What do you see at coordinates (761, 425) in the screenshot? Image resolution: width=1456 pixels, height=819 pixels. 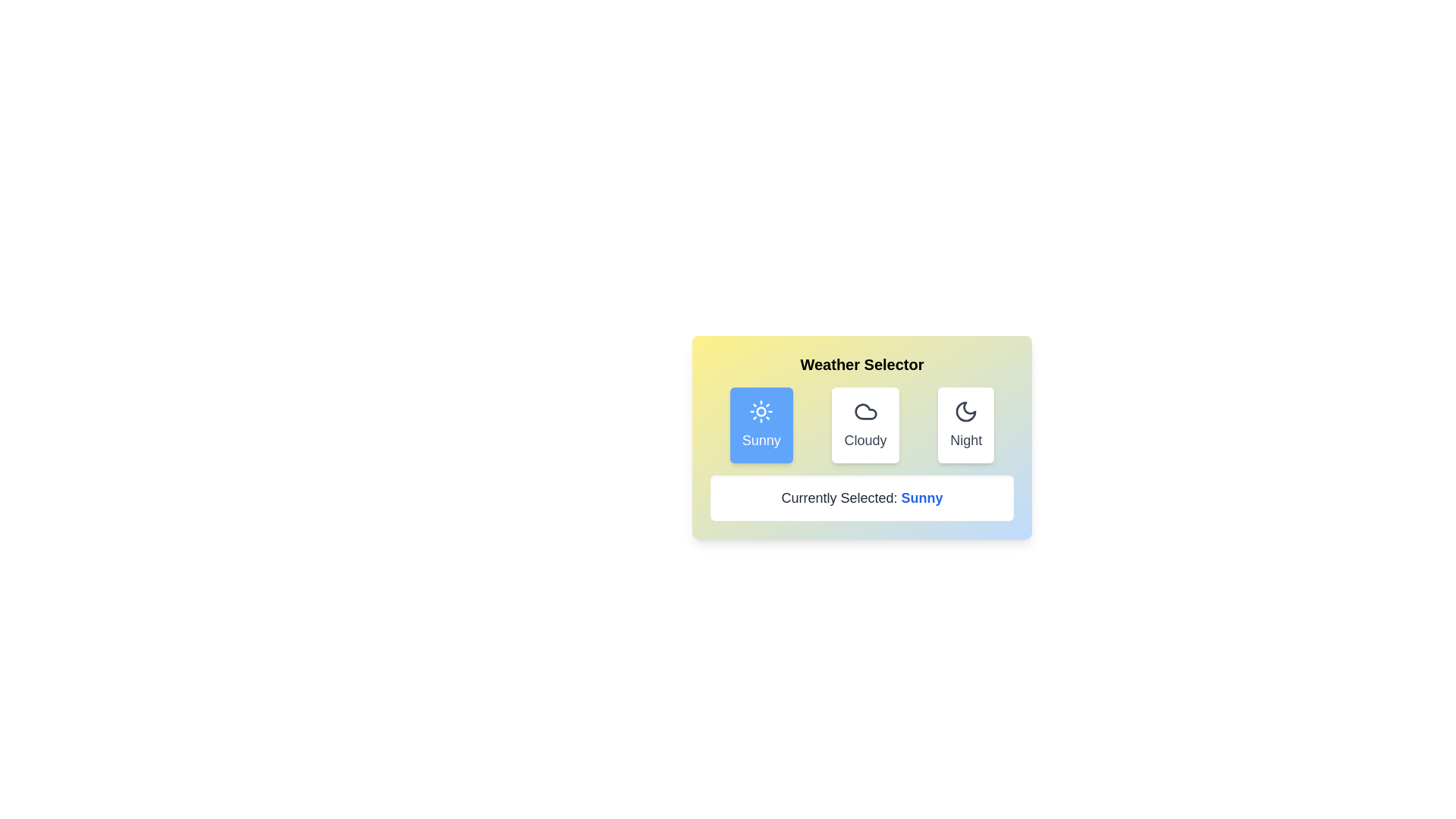 I see `the Sunny button to select the corresponding weather option` at bounding box center [761, 425].